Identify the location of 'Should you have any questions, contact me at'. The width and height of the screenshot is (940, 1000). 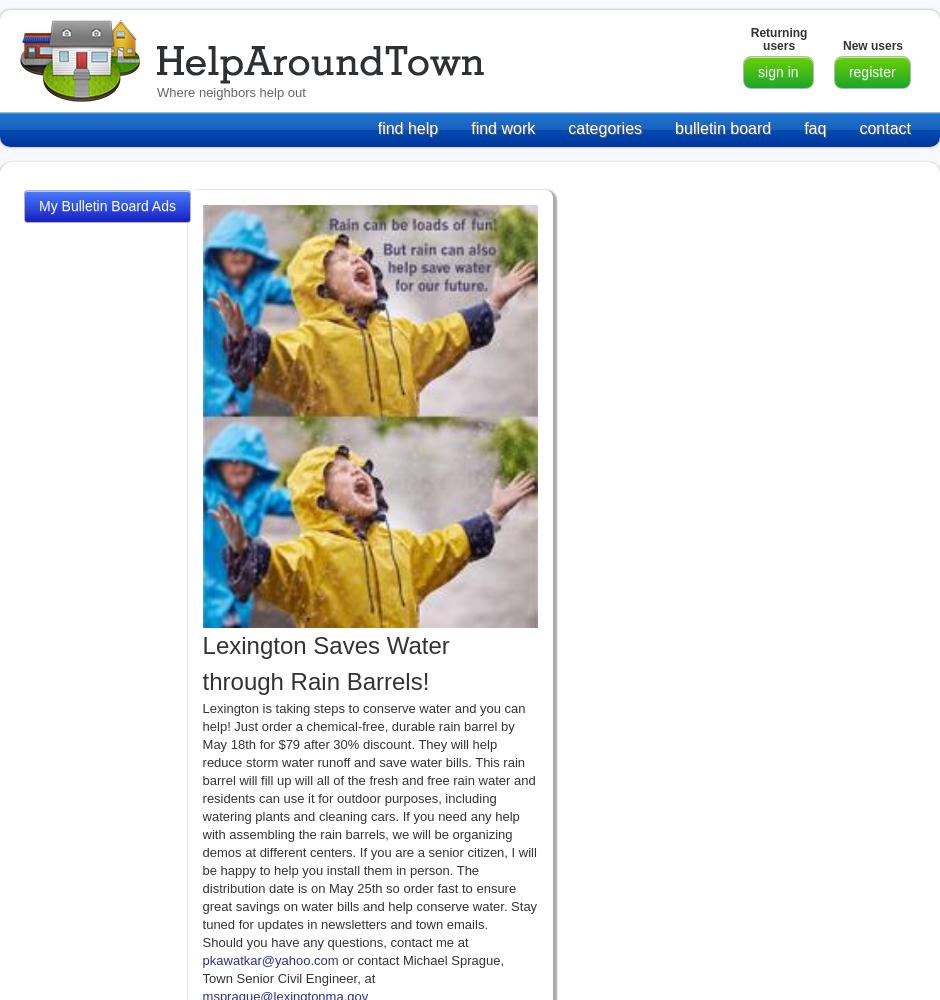
(335, 940).